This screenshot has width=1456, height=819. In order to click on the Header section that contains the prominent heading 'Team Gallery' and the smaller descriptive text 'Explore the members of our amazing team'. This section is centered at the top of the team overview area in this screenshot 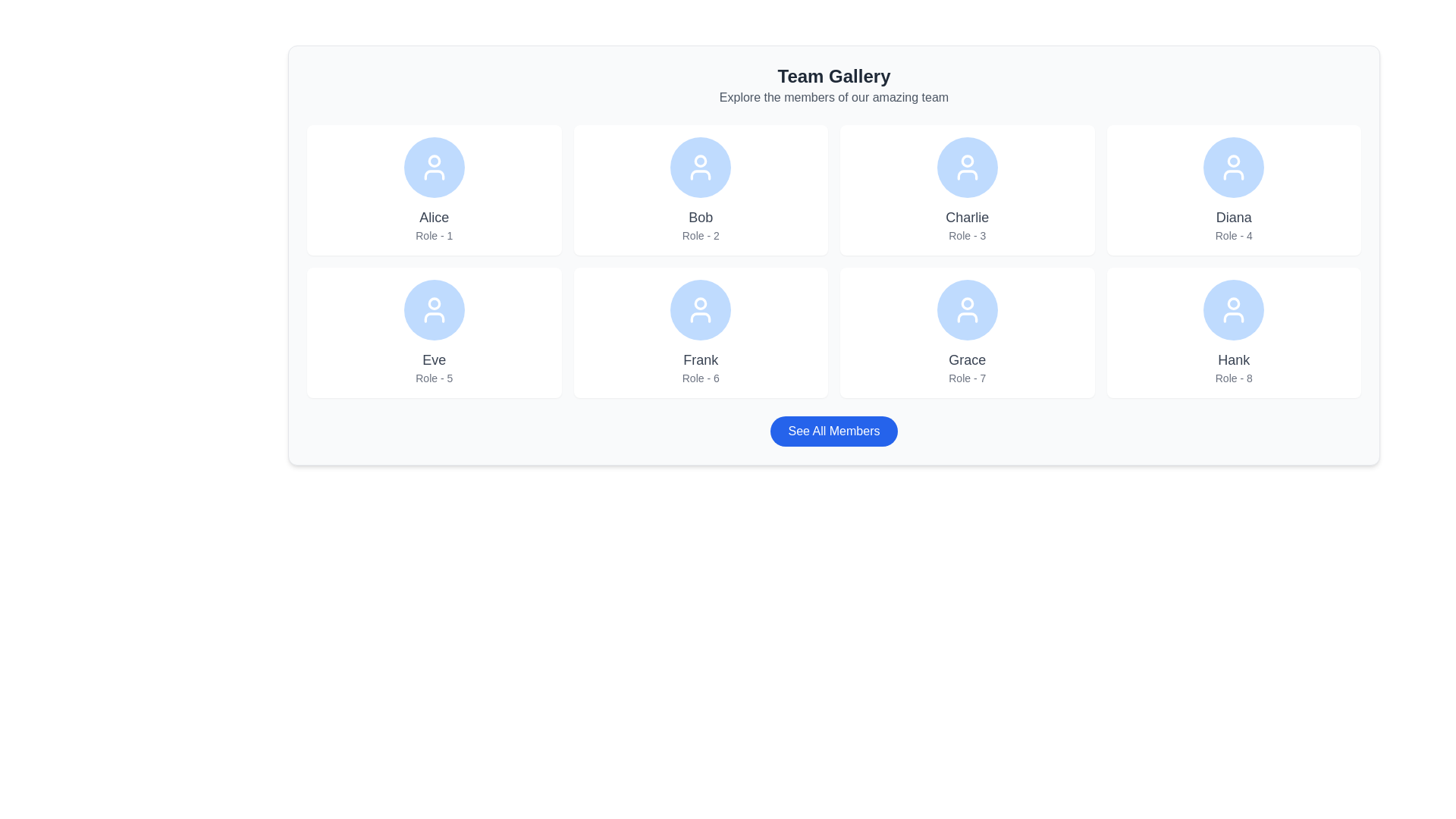, I will do `click(833, 85)`.